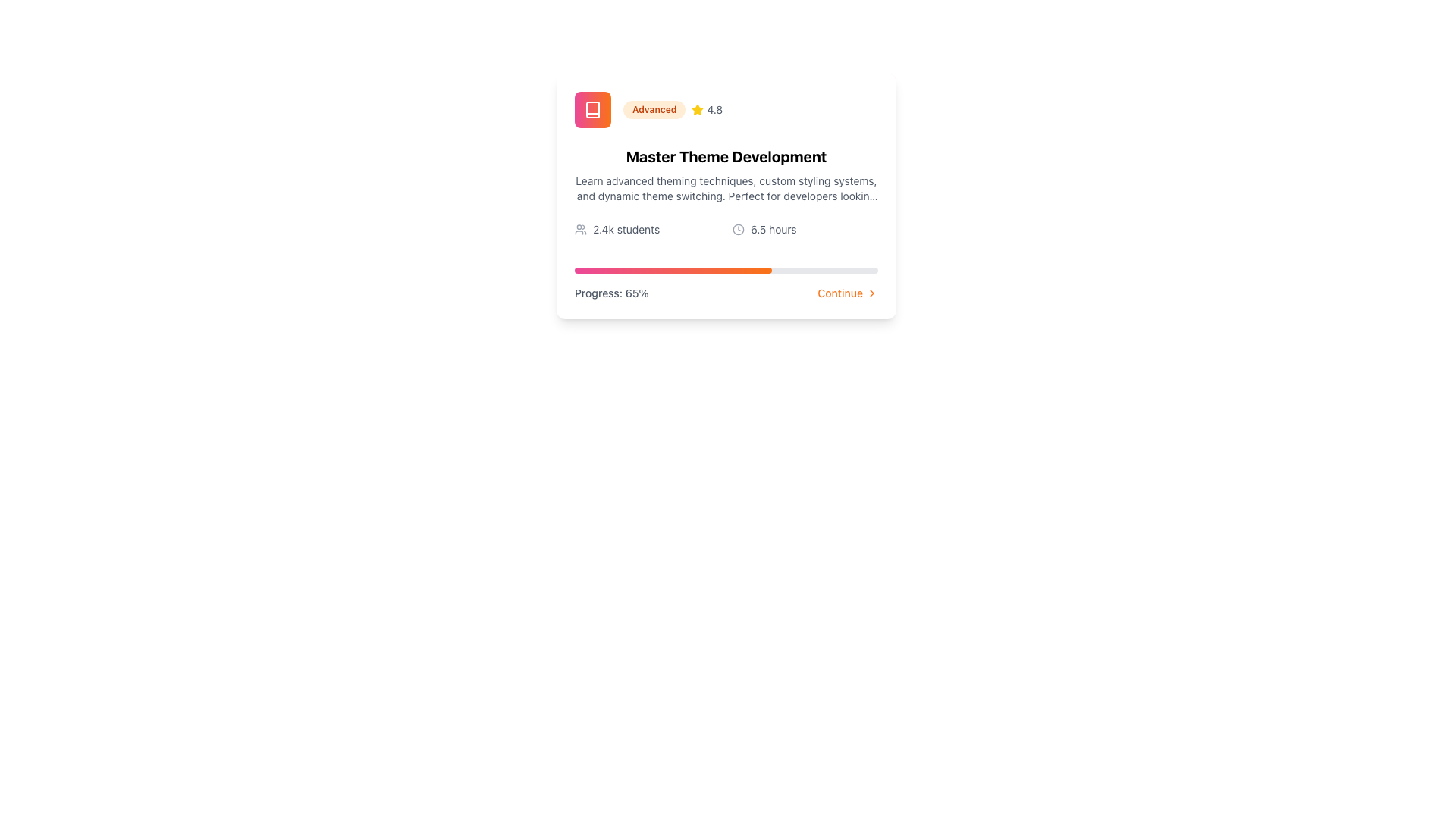 This screenshot has width=1456, height=819. Describe the element at coordinates (726, 157) in the screenshot. I see `the central heading text element for the development course, positioned below the 'Advanced 4.8' rating section` at that location.